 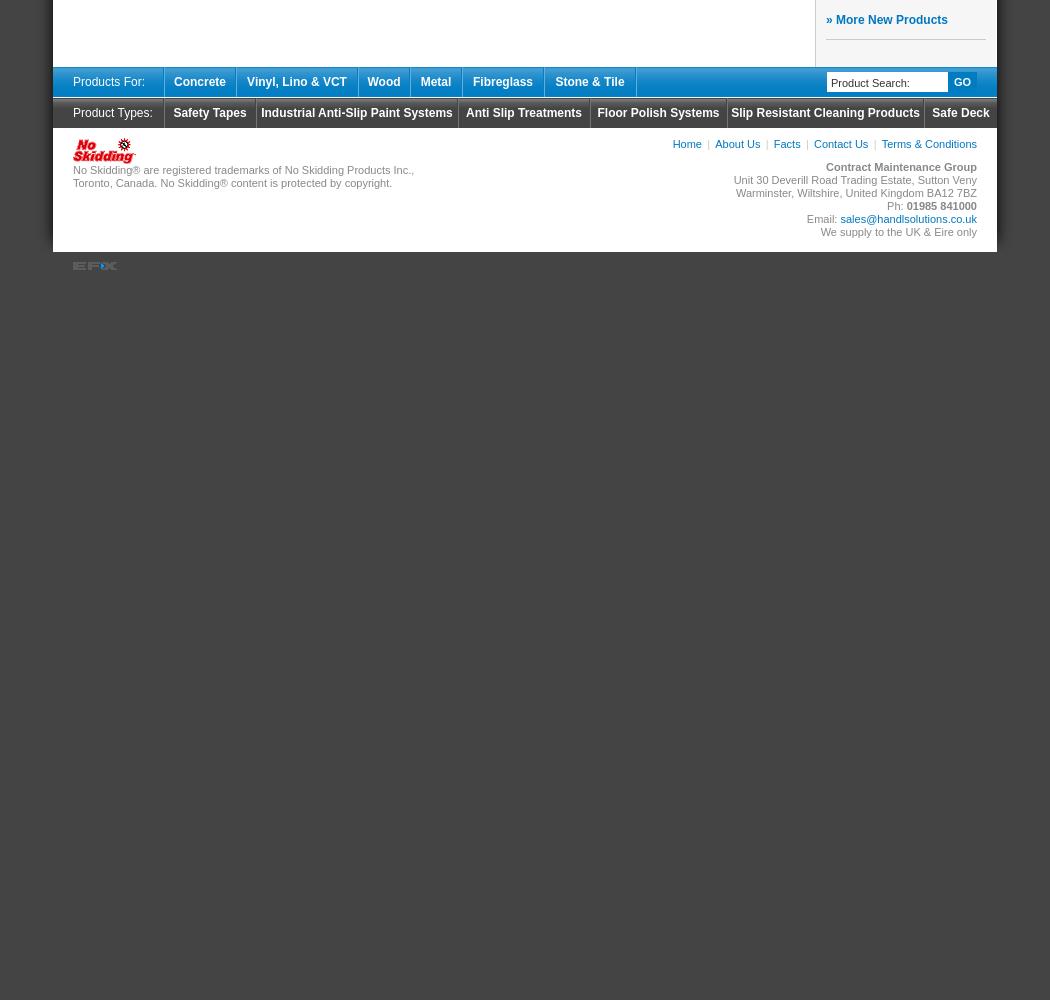 What do you see at coordinates (243, 170) in the screenshot?
I see `'No Skidding® are registered trademarks of No Skidding Products Inc.,'` at bounding box center [243, 170].